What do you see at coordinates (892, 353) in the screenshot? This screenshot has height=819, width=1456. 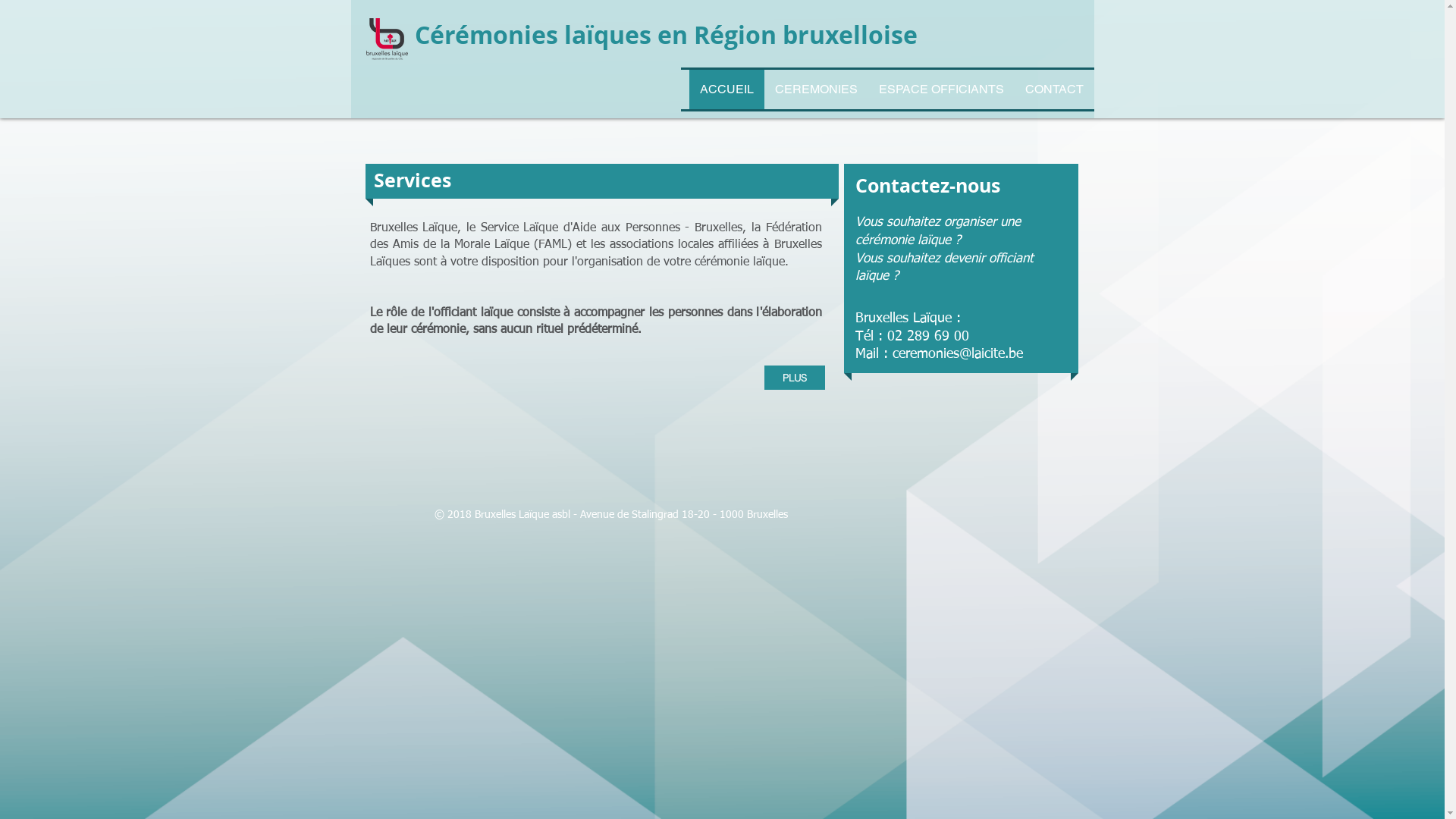 I see `'ceremonies@laicite.be'` at bounding box center [892, 353].